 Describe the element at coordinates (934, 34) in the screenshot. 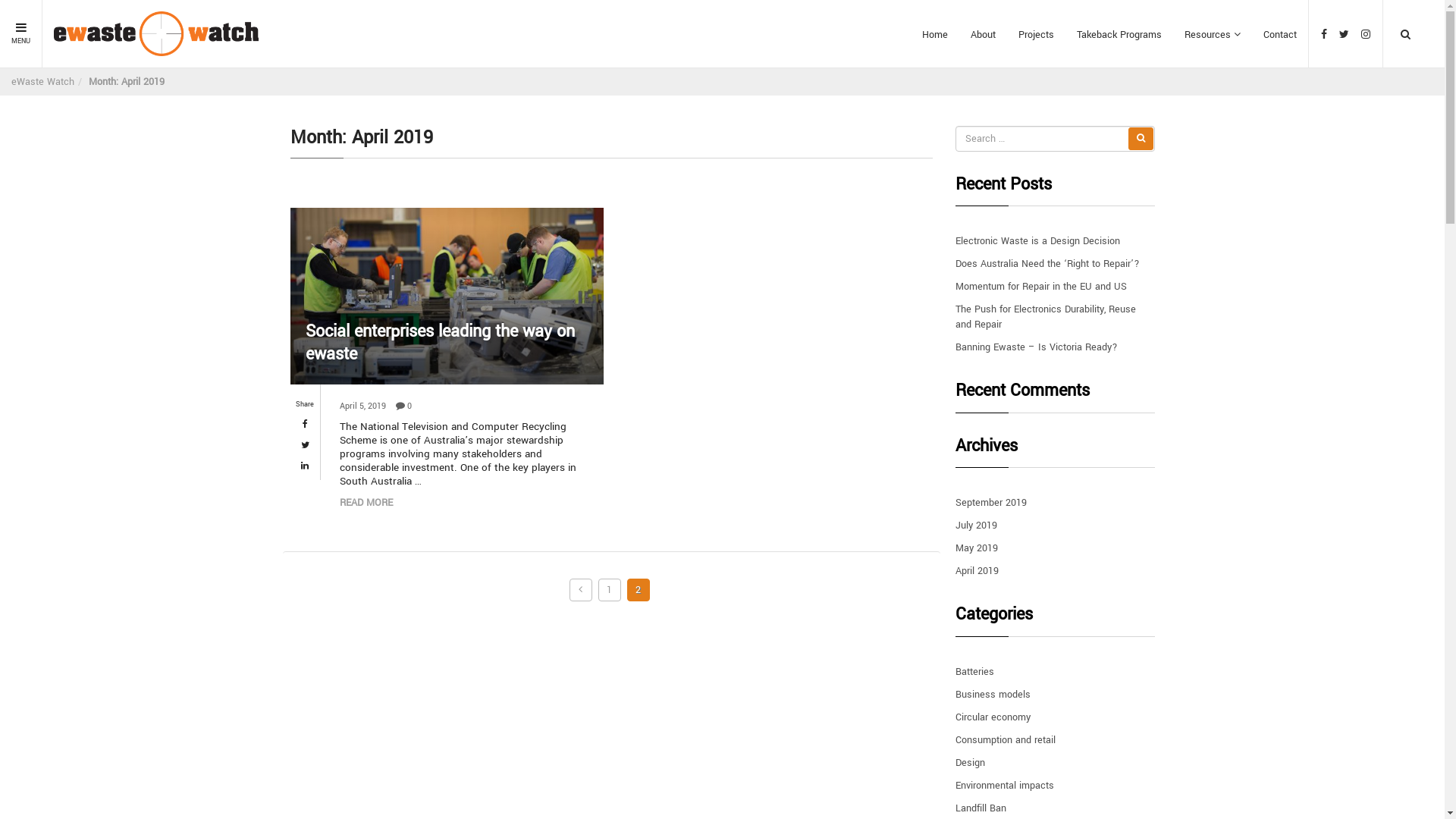

I see `'Home'` at that location.